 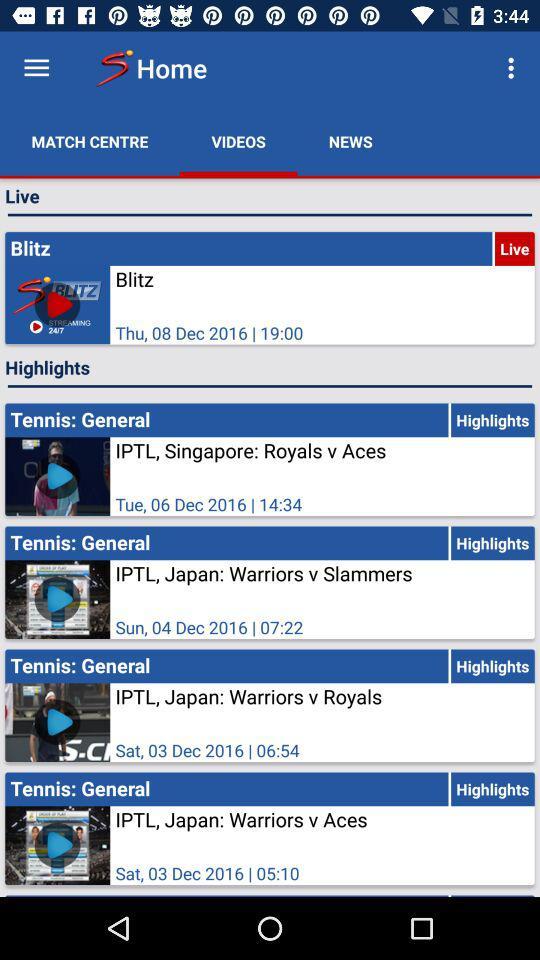 What do you see at coordinates (513, 68) in the screenshot?
I see `the item next to the news icon` at bounding box center [513, 68].